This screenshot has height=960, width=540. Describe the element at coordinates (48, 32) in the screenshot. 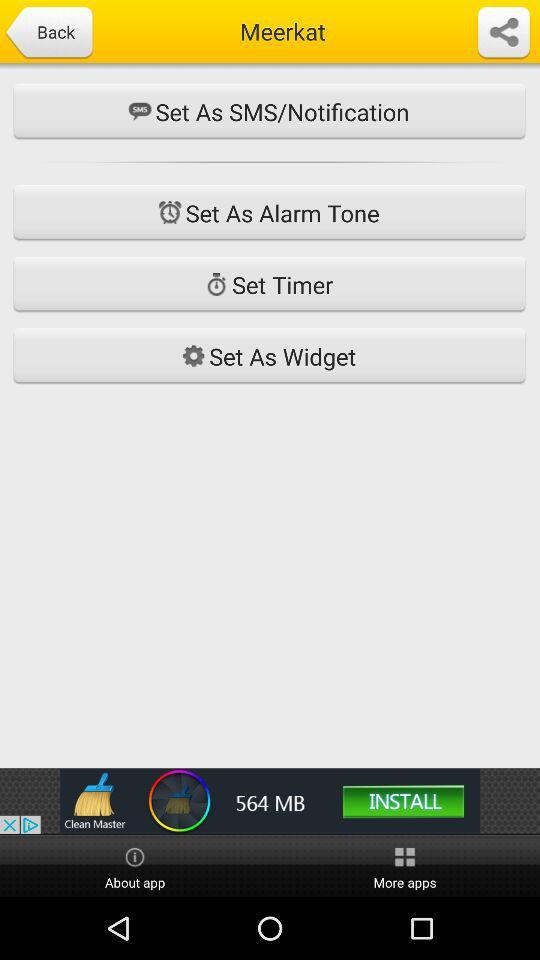

I see `back button which is at the top left corner` at that location.